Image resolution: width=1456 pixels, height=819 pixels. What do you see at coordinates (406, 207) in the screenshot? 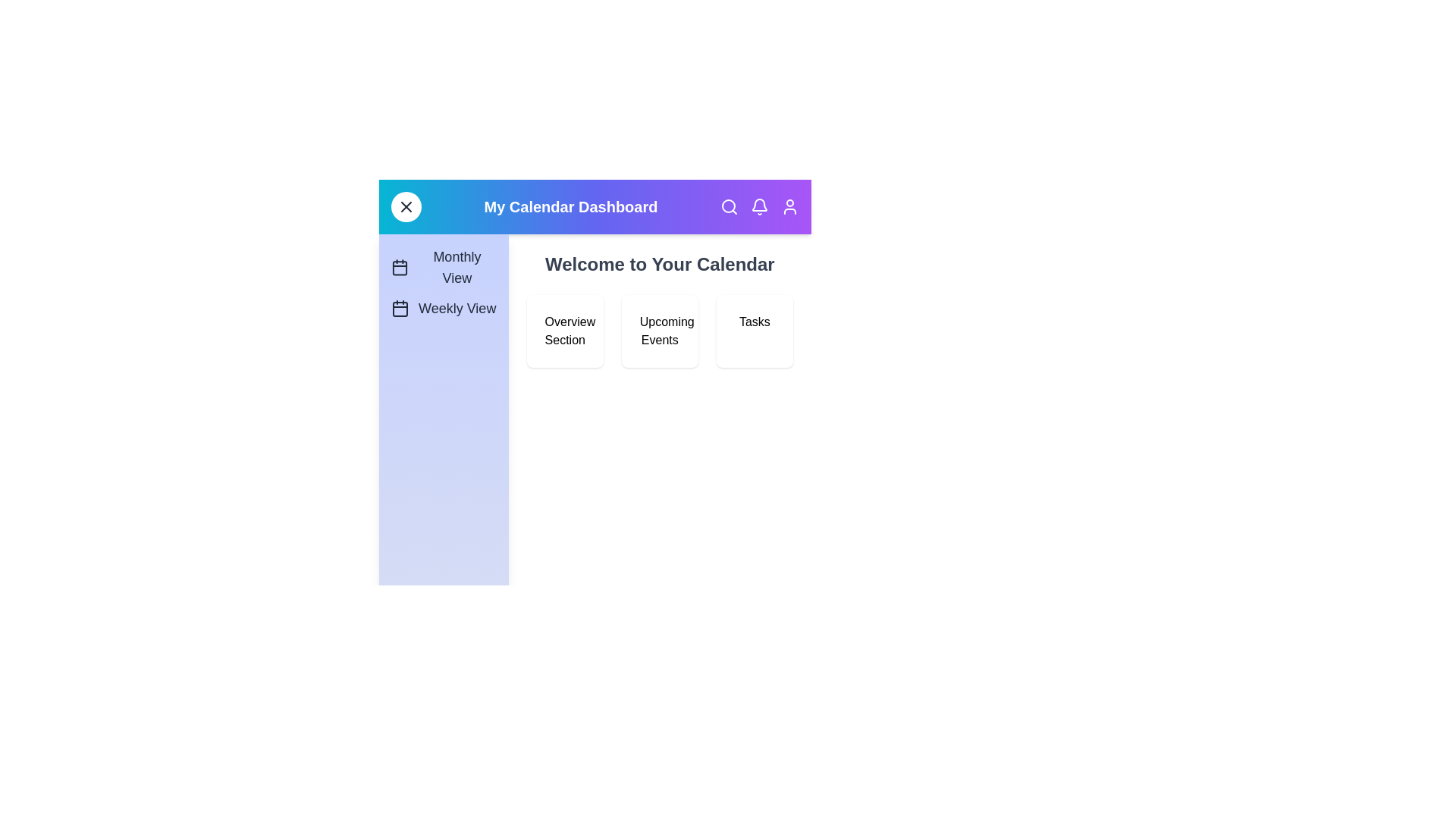
I see `the diagonal line of the 'X' icon in the top-left corner of the interface, which represents a closing or canceling action` at bounding box center [406, 207].